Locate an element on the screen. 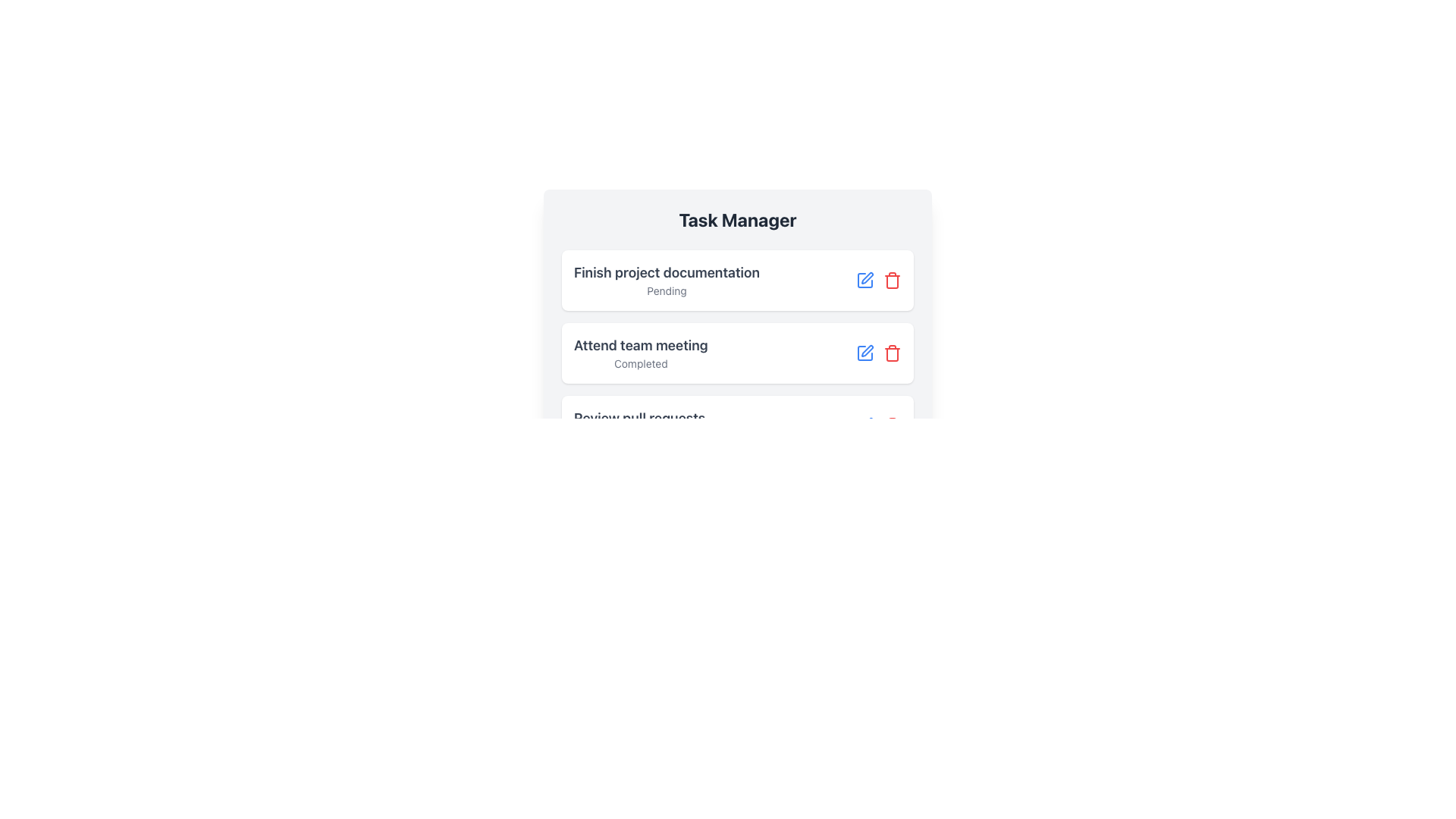 This screenshot has height=819, width=1456. the text label displaying 'Attend team meeting' which is styled with a larger-sized, bold font and a gray color tone, located centrally on the second card in a vertical list of task cards within a 'Task Manager' interface is located at coordinates (641, 345).